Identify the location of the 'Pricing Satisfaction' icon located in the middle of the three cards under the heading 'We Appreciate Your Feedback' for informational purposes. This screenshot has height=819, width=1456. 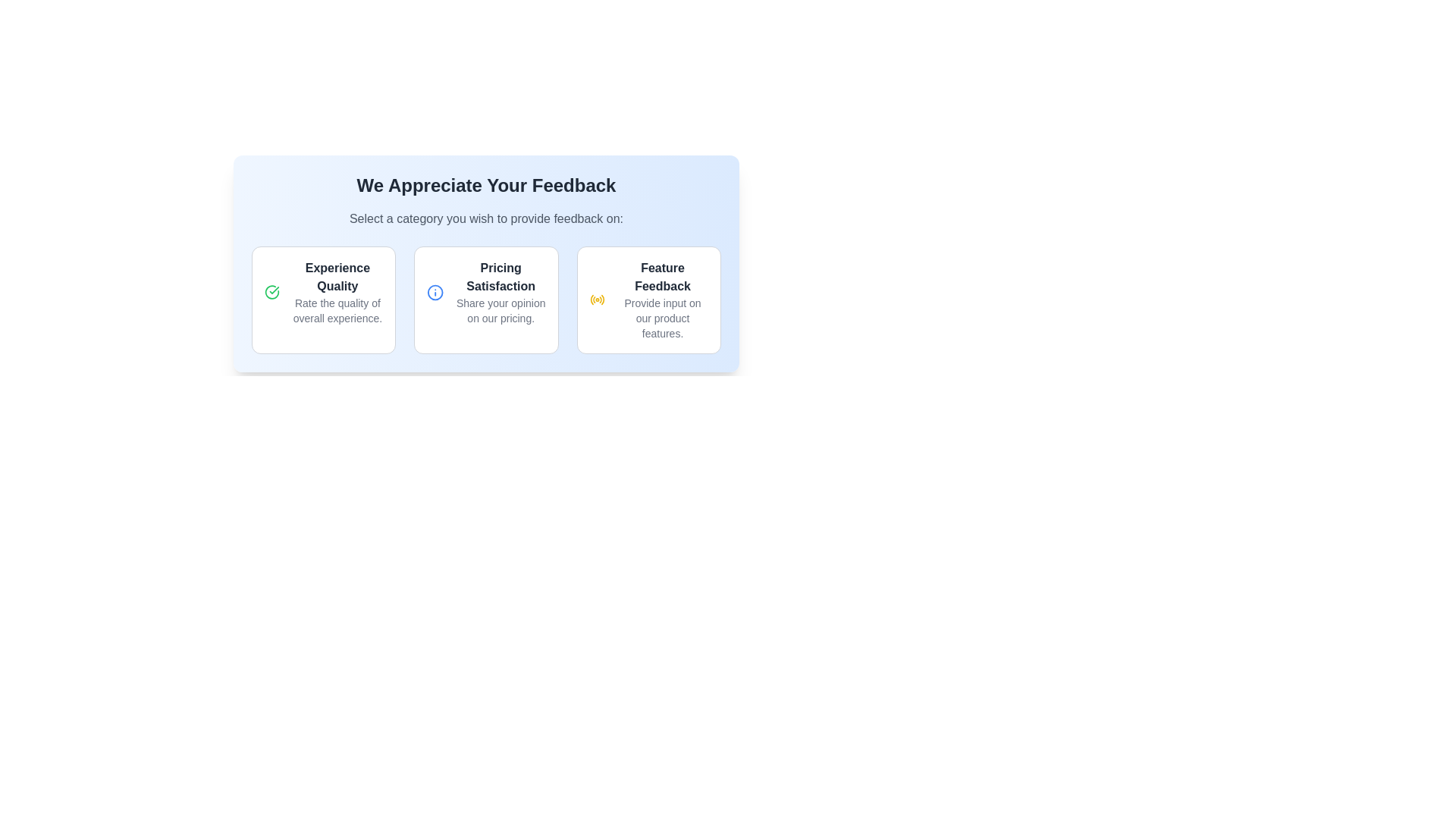
(435, 292).